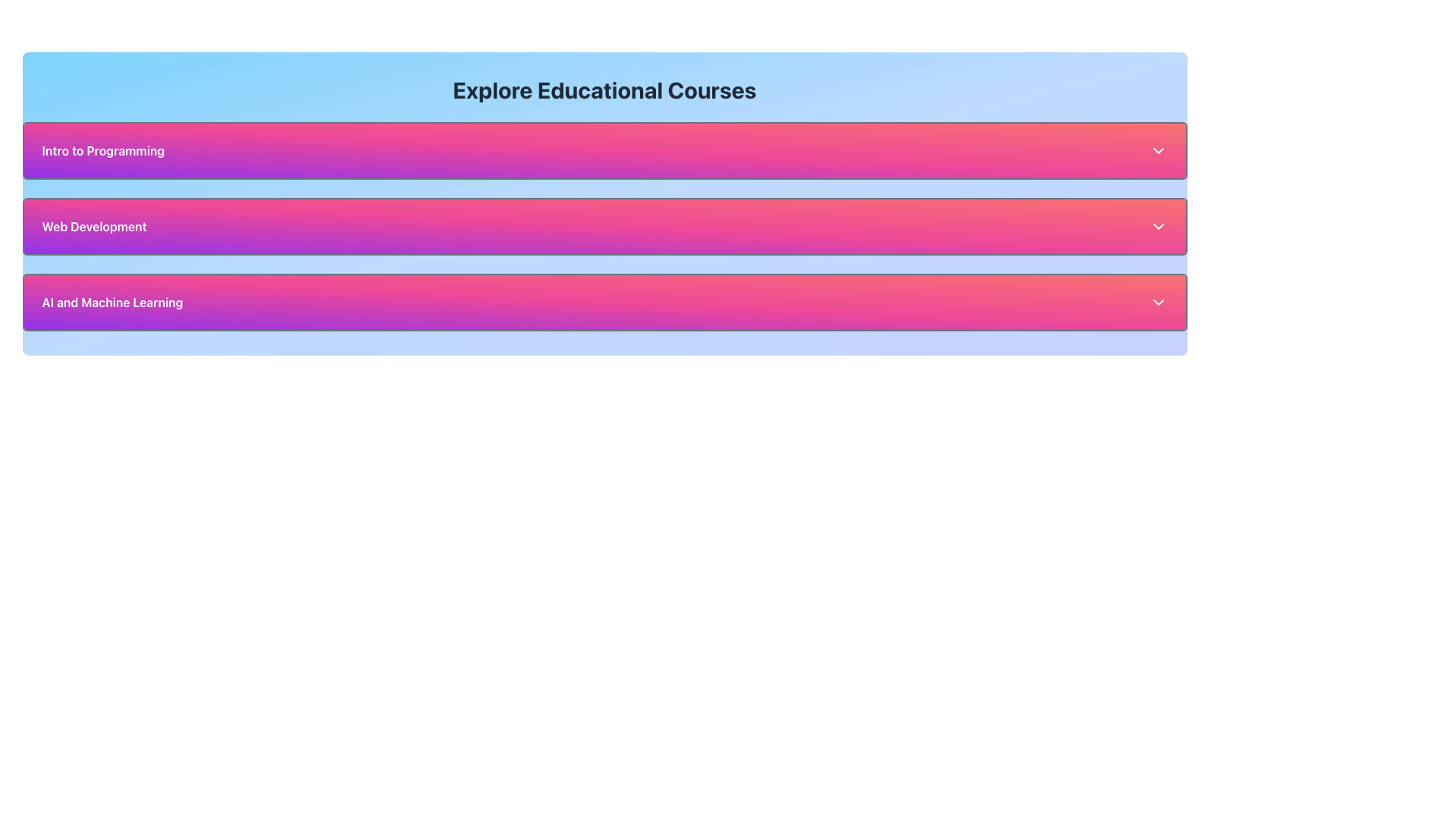  What do you see at coordinates (102, 151) in the screenshot?
I see `the text label 'Intro to Programming' which is styled with a bold white font on a gradient background` at bounding box center [102, 151].